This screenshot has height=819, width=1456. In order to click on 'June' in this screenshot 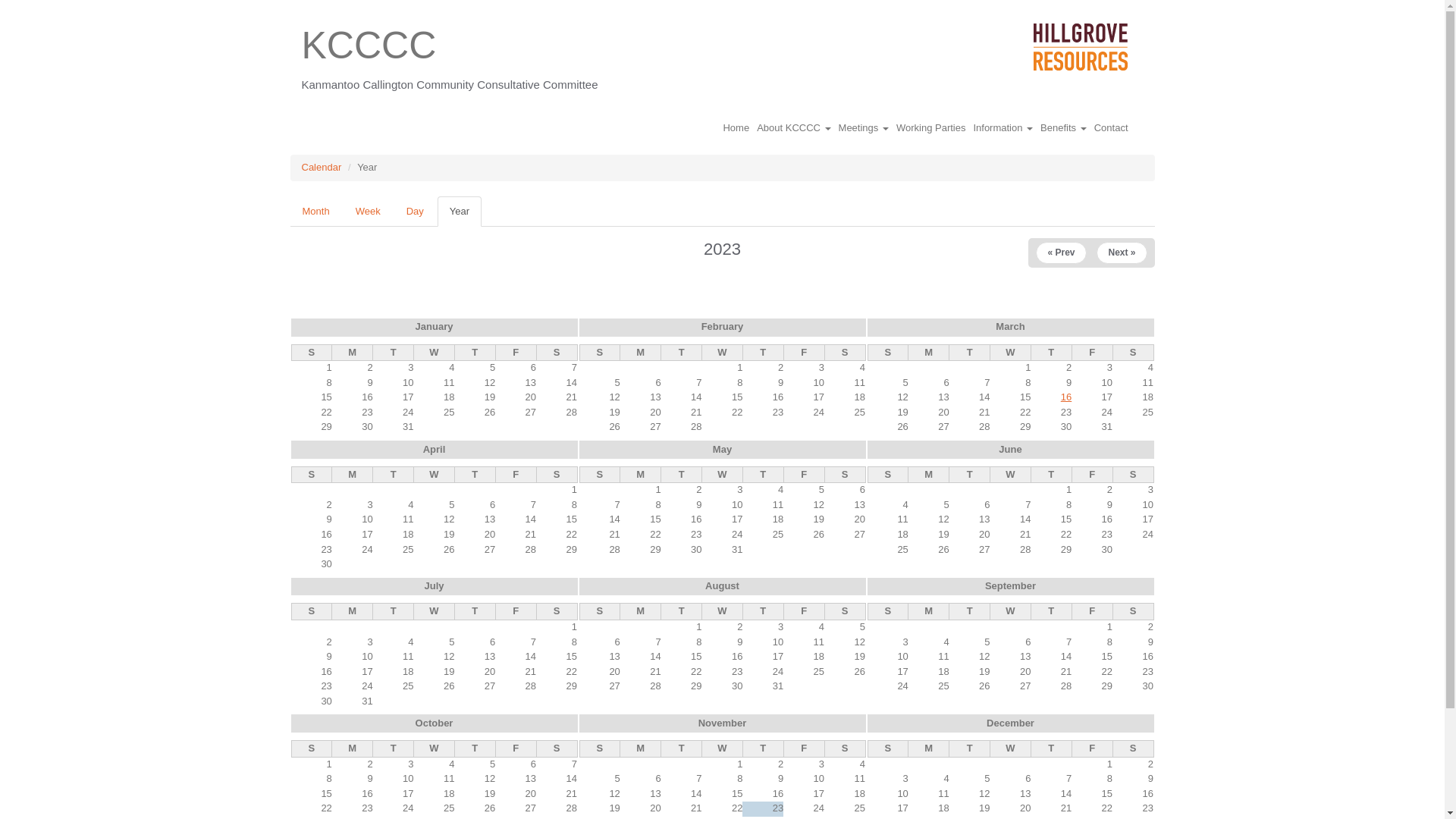, I will do `click(998, 448)`.